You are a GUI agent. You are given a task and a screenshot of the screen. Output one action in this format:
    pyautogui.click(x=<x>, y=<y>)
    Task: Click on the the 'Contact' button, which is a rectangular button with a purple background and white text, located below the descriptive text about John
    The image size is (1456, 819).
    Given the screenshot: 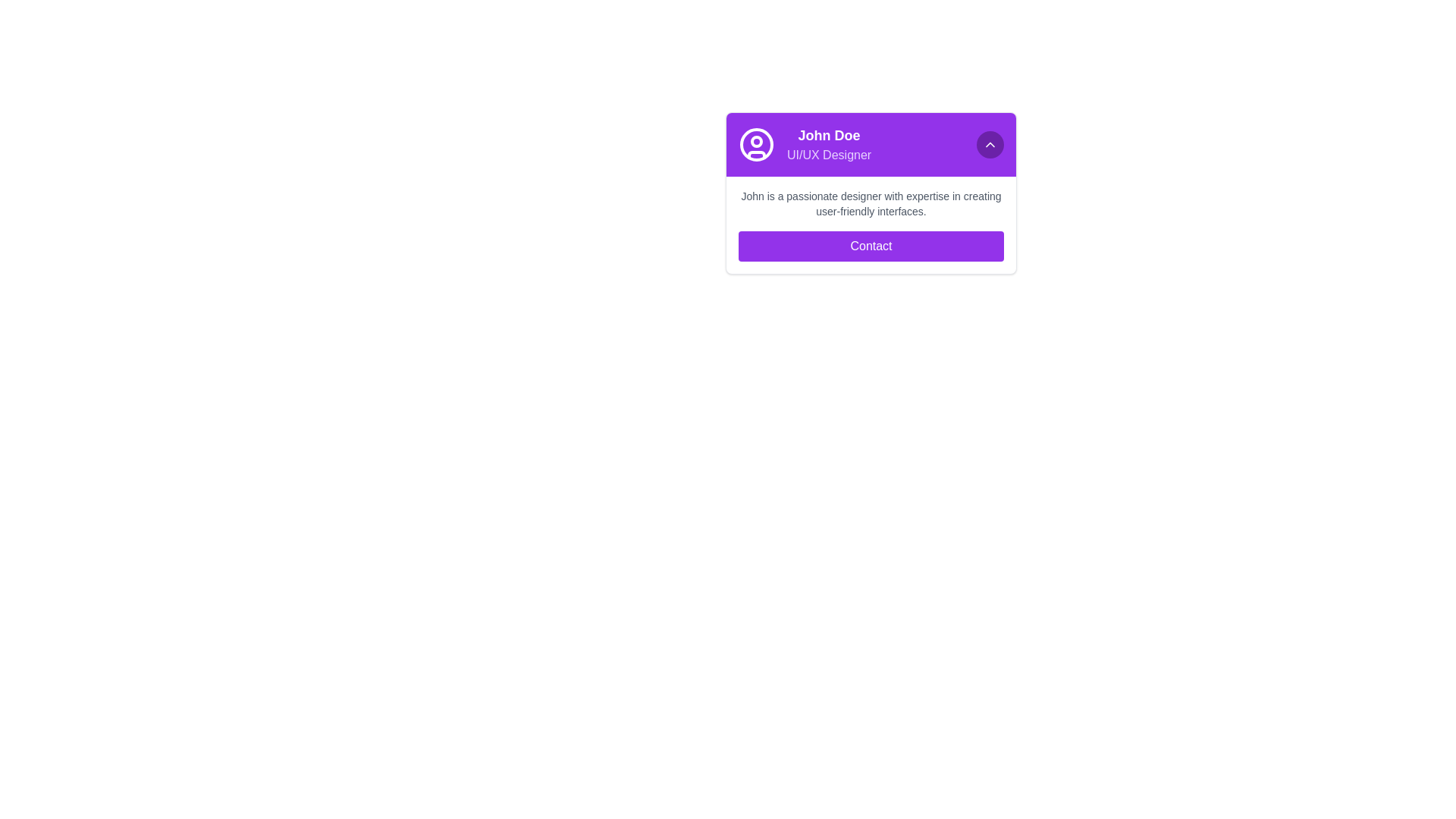 What is the action you would take?
    pyautogui.click(x=871, y=245)
    